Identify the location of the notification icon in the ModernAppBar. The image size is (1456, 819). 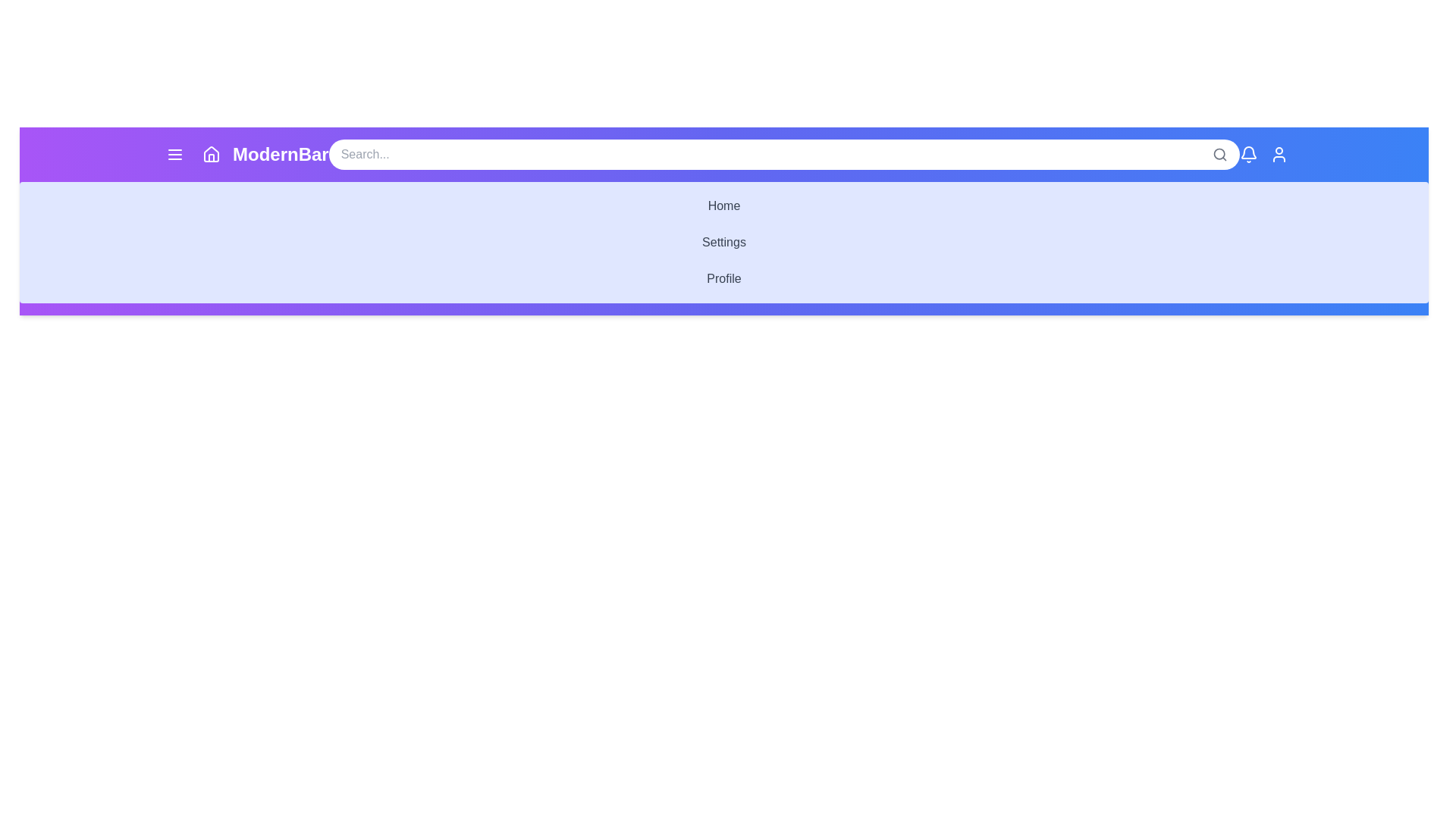
(1248, 155).